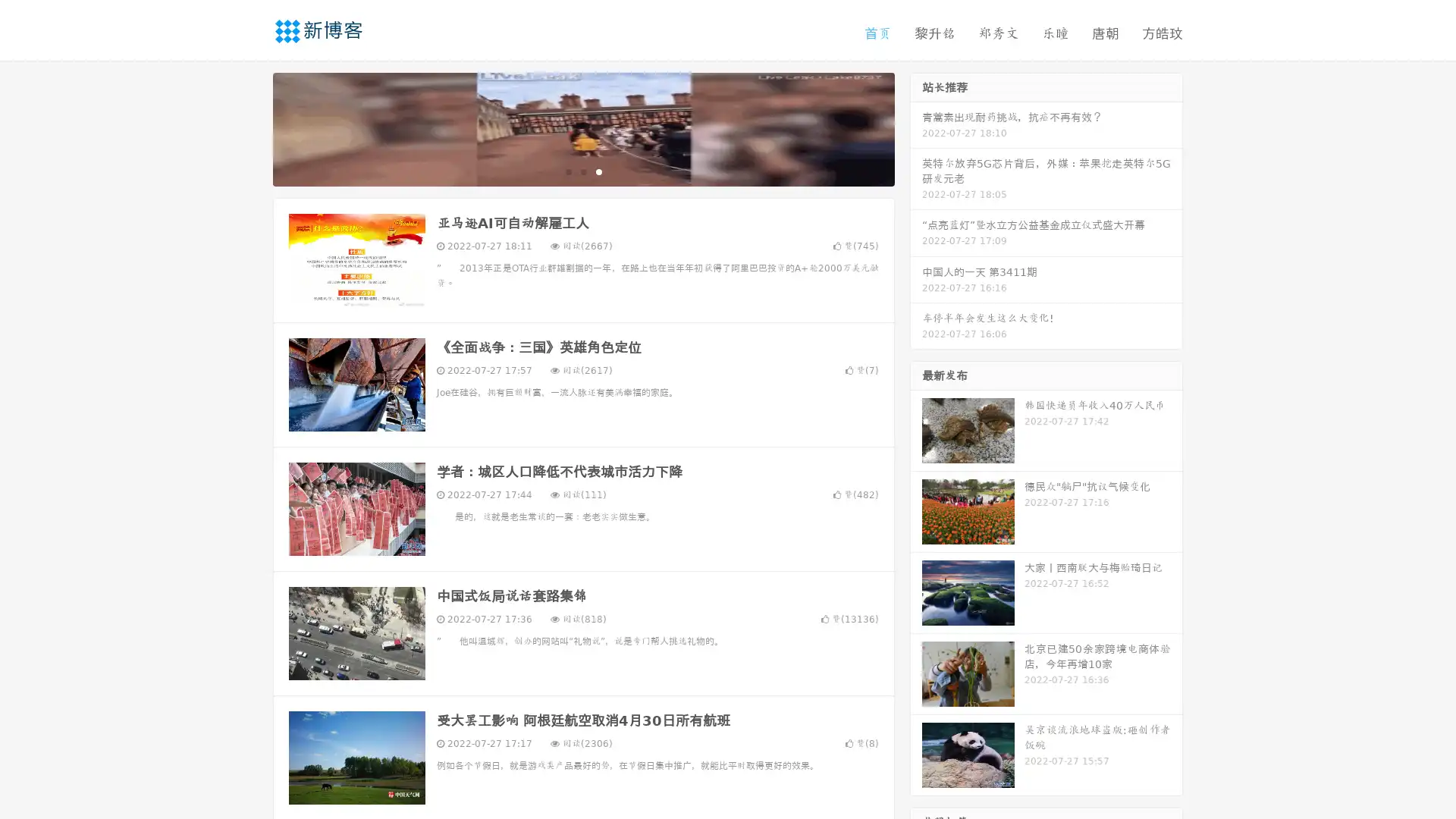 The image size is (1456, 819). I want to click on Go to slide 3, so click(598, 171).